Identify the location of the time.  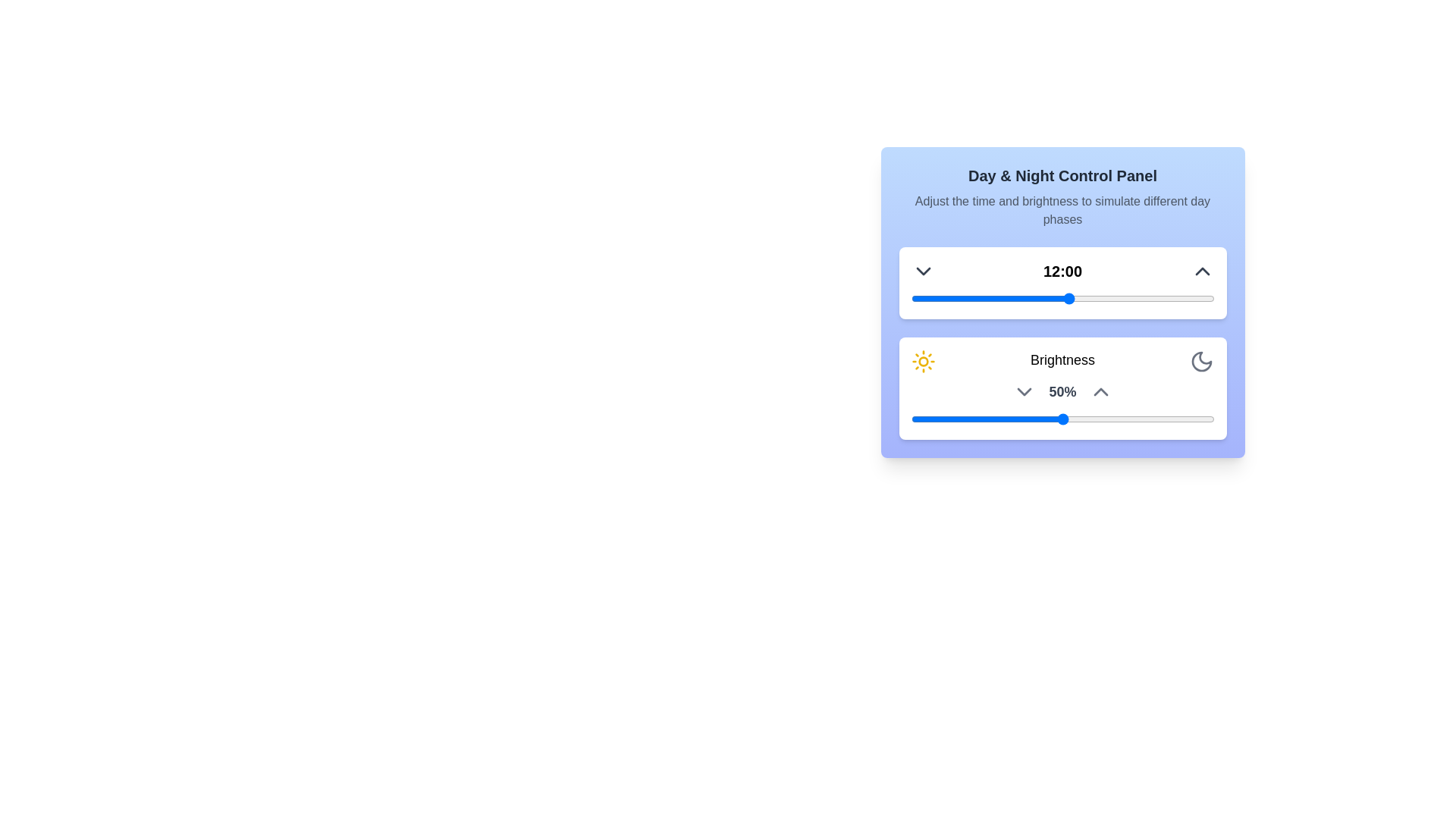
(1174, 298).